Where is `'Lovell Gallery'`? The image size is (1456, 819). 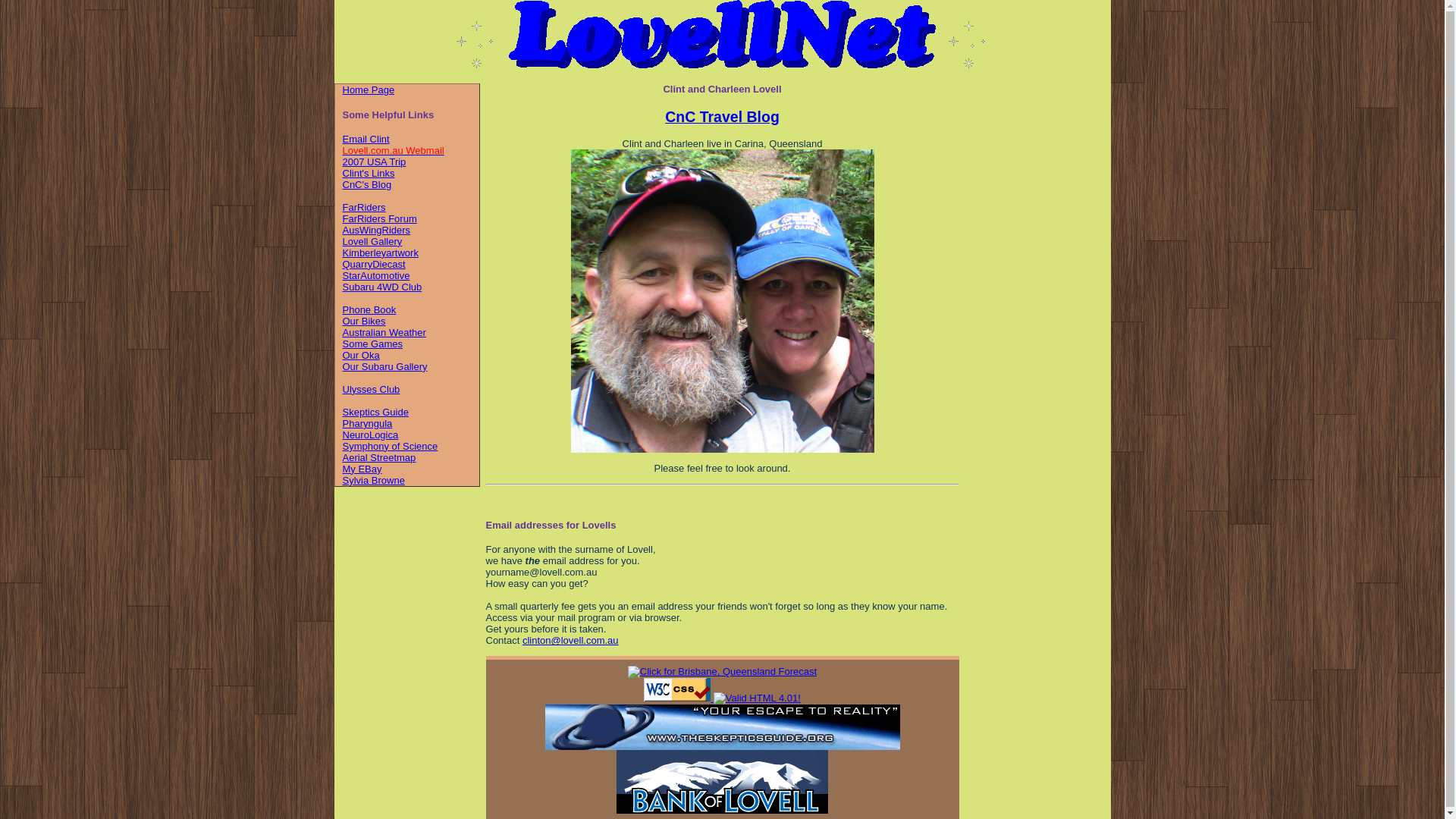
'Lovell Gallery' is located at coordinates (372, 240).